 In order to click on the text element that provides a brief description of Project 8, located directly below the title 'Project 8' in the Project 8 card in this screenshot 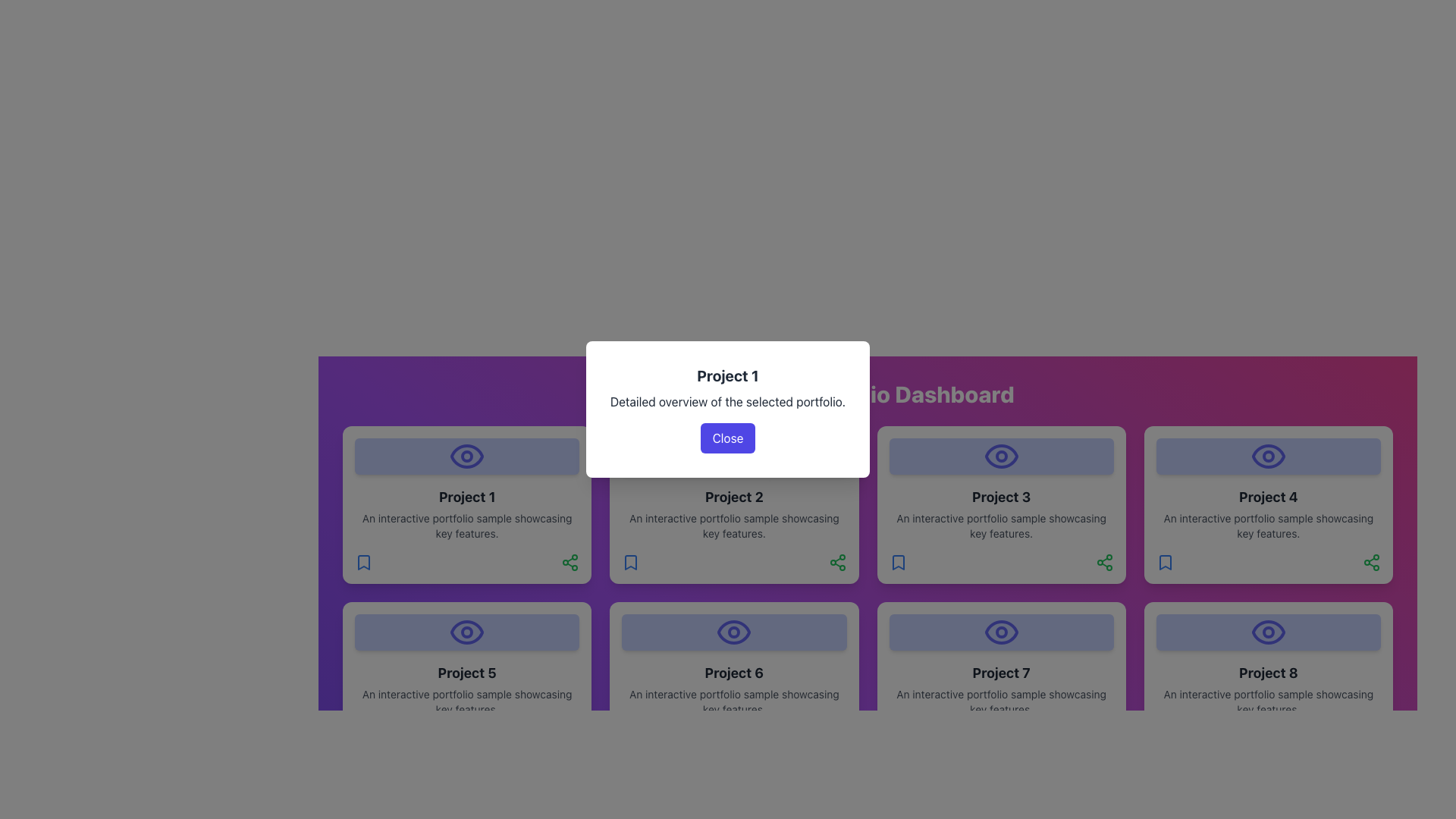, I will do `click(1268, 701)`.